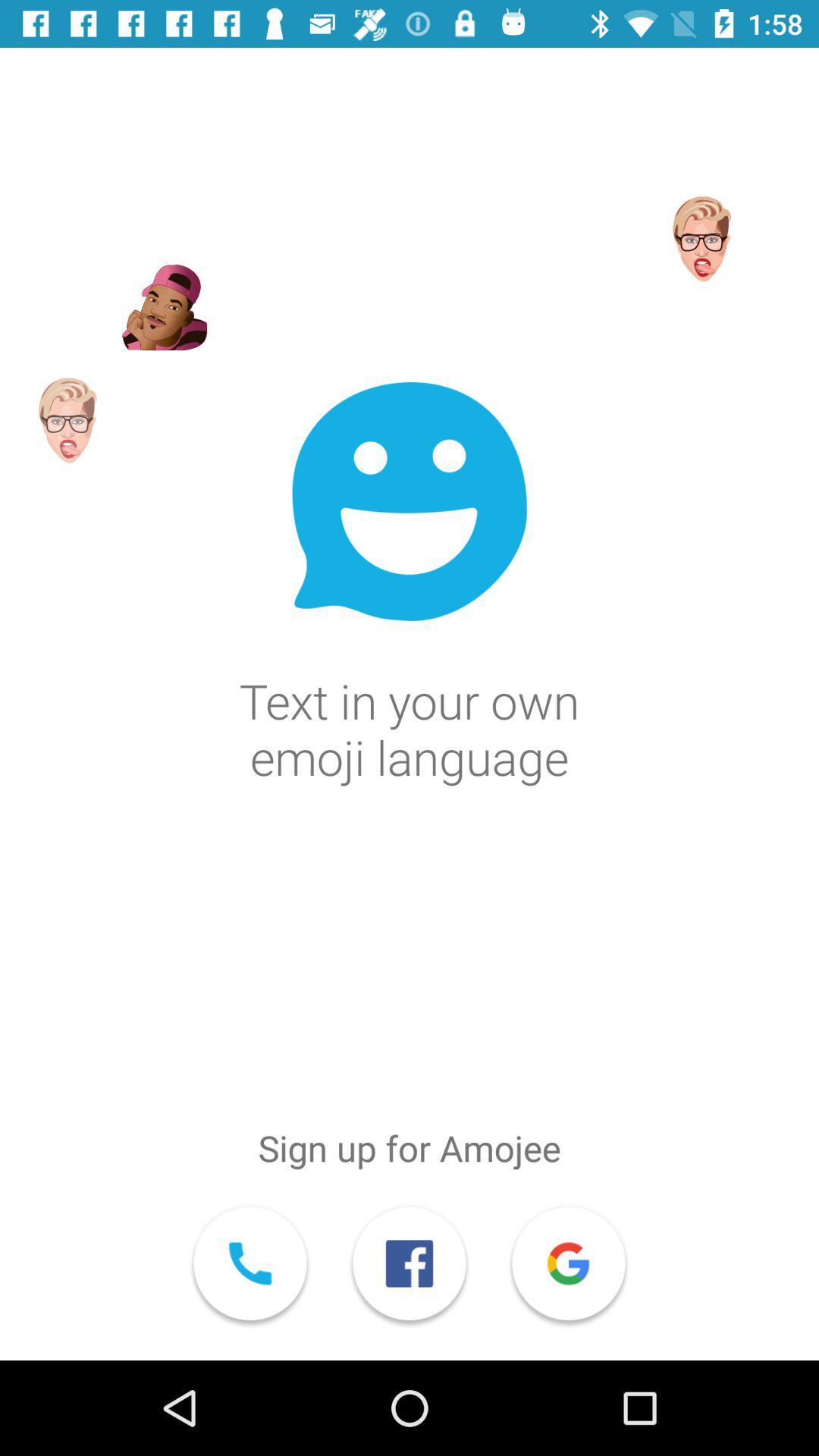  What do you see at coordinates (249, 1266) in the screenshot?
I see `the call icon` at bounding box center [249, 1266].